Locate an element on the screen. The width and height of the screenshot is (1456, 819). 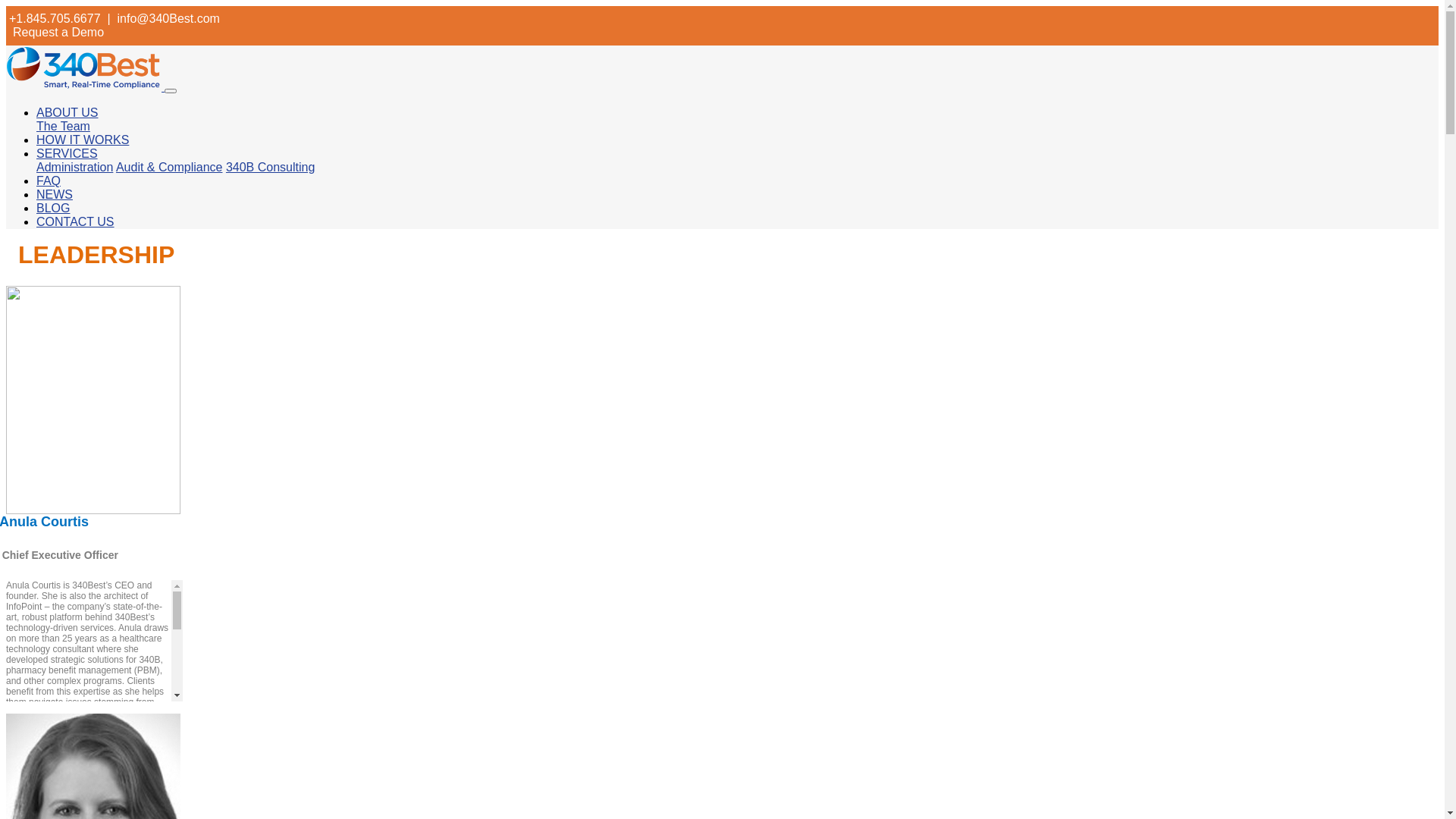
'info@340Best.com' is located at coordinates (168, 18).